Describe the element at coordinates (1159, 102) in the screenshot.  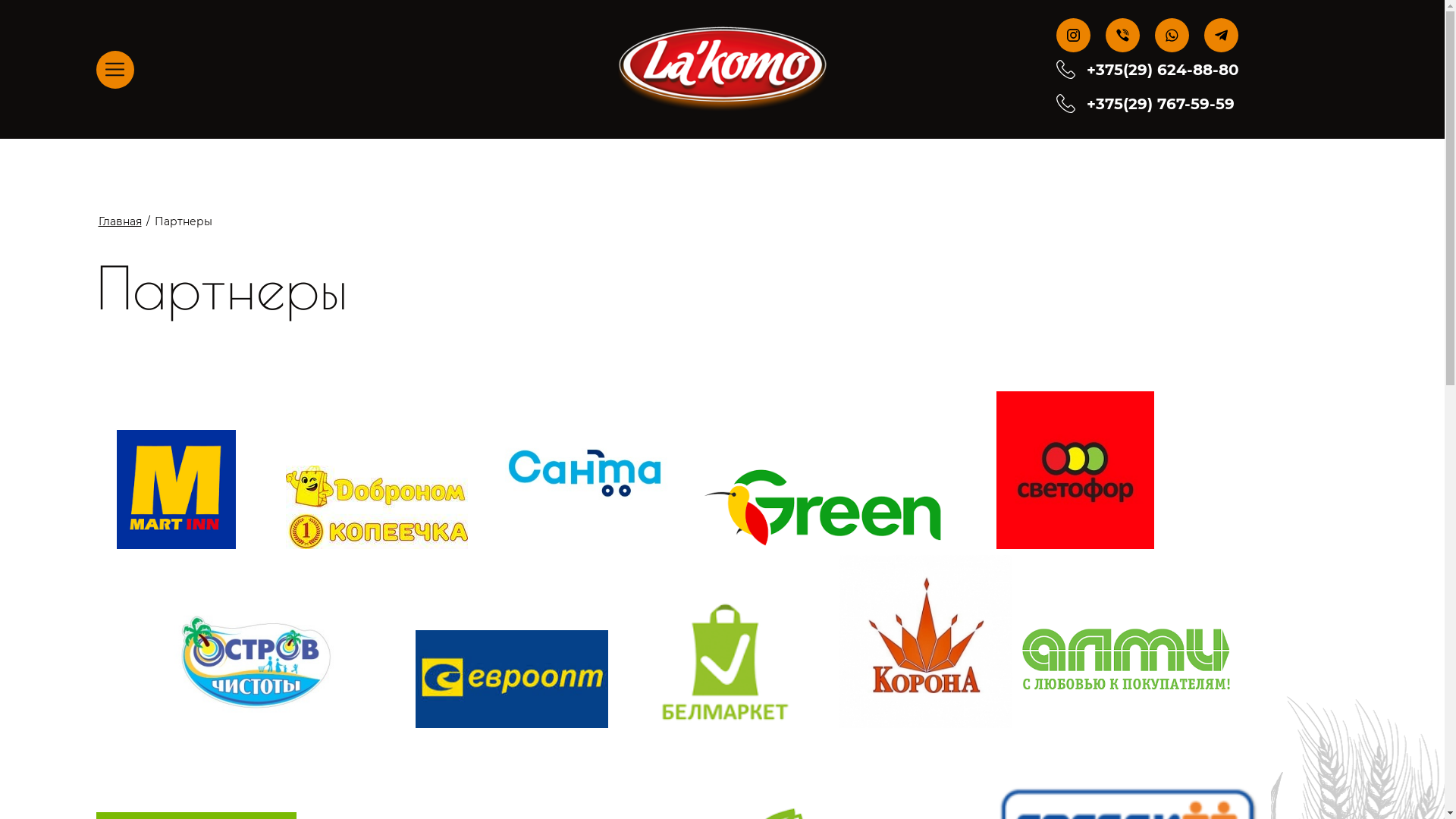
I see `'+375(29) 767-59-59'` at that location.